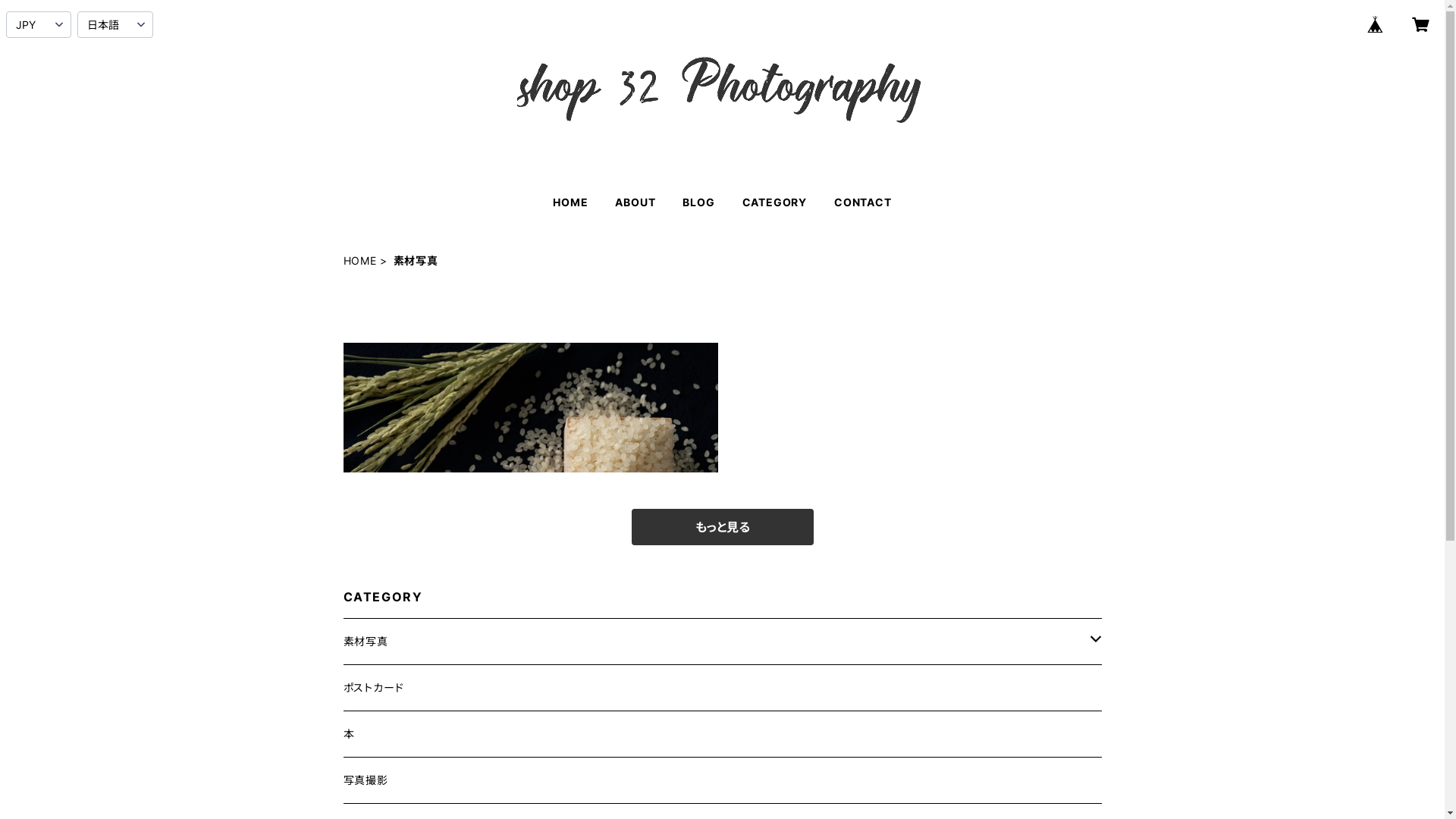 This screenshot has height=819, width=1456. Describe the element at coordinates (359, 259) in the screenshot. I see `'HOME'` at that location.